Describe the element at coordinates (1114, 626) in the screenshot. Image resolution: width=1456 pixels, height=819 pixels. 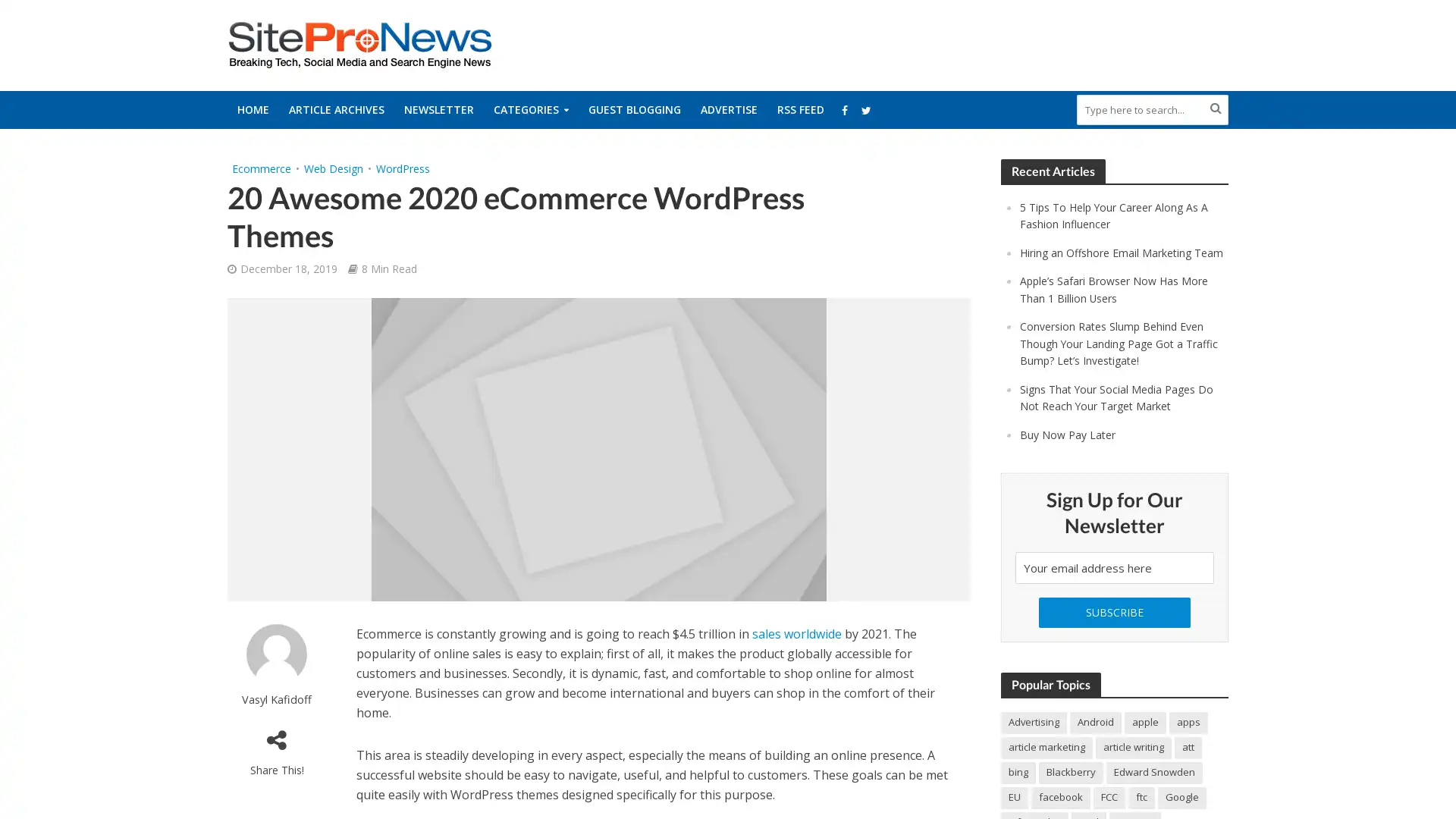
I see `Subscribe` at that location.